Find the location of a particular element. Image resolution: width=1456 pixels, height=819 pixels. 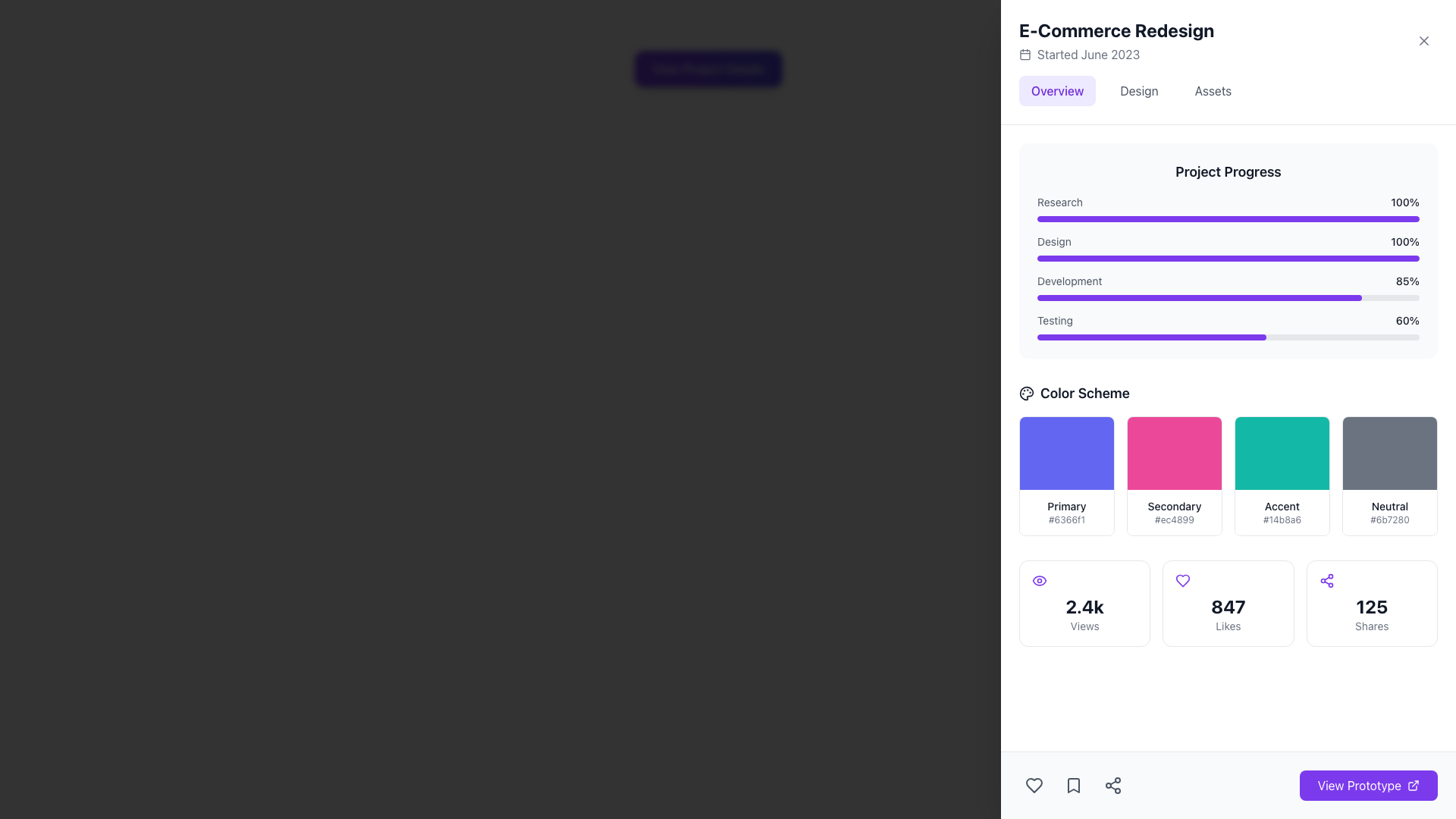

the calendar icon located is located at coordinates (1025, 54).